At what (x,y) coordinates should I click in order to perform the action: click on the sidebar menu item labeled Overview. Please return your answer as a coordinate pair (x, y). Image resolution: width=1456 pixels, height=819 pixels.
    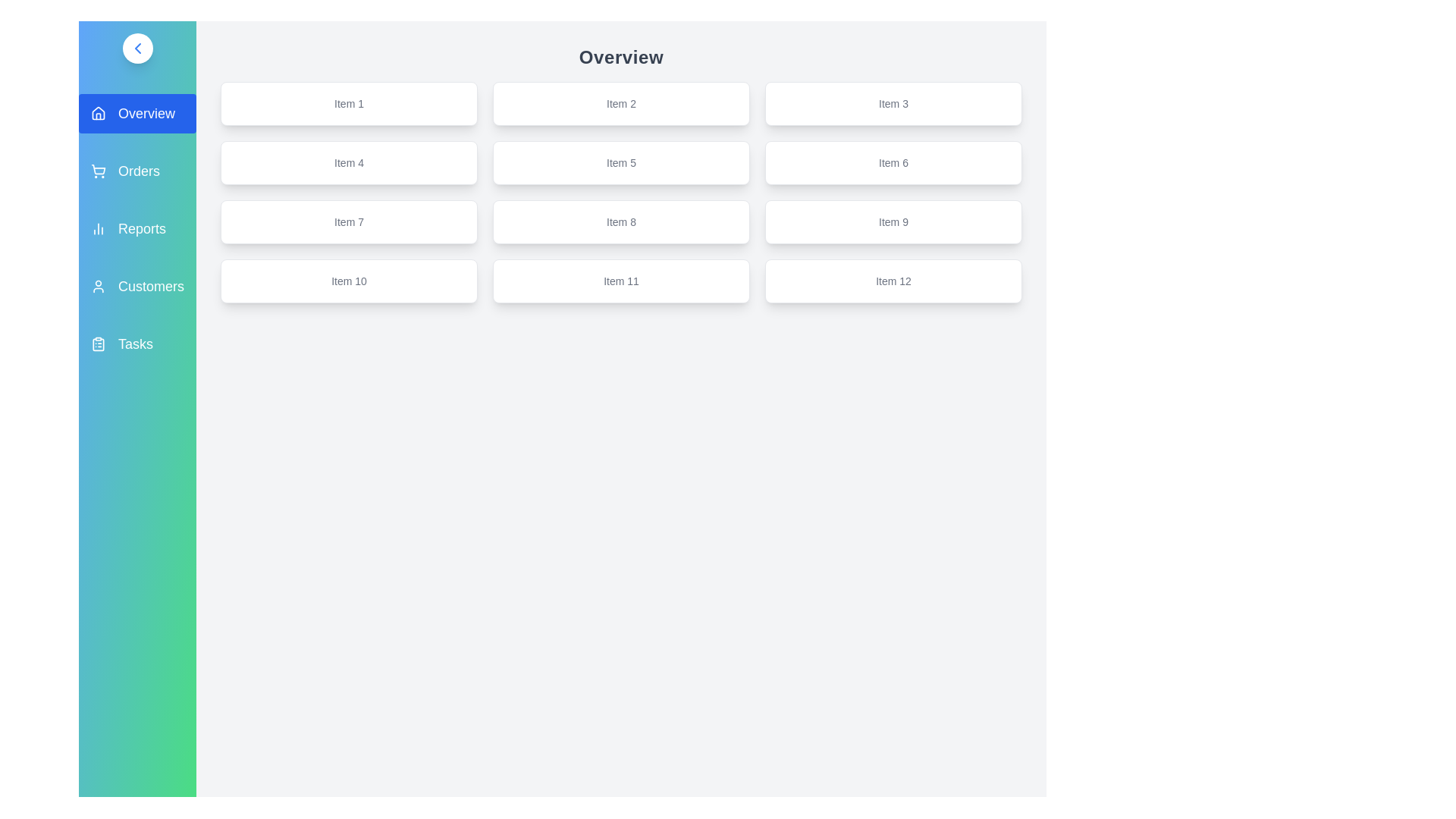
    Looking at the image, I should click on (137, 113).